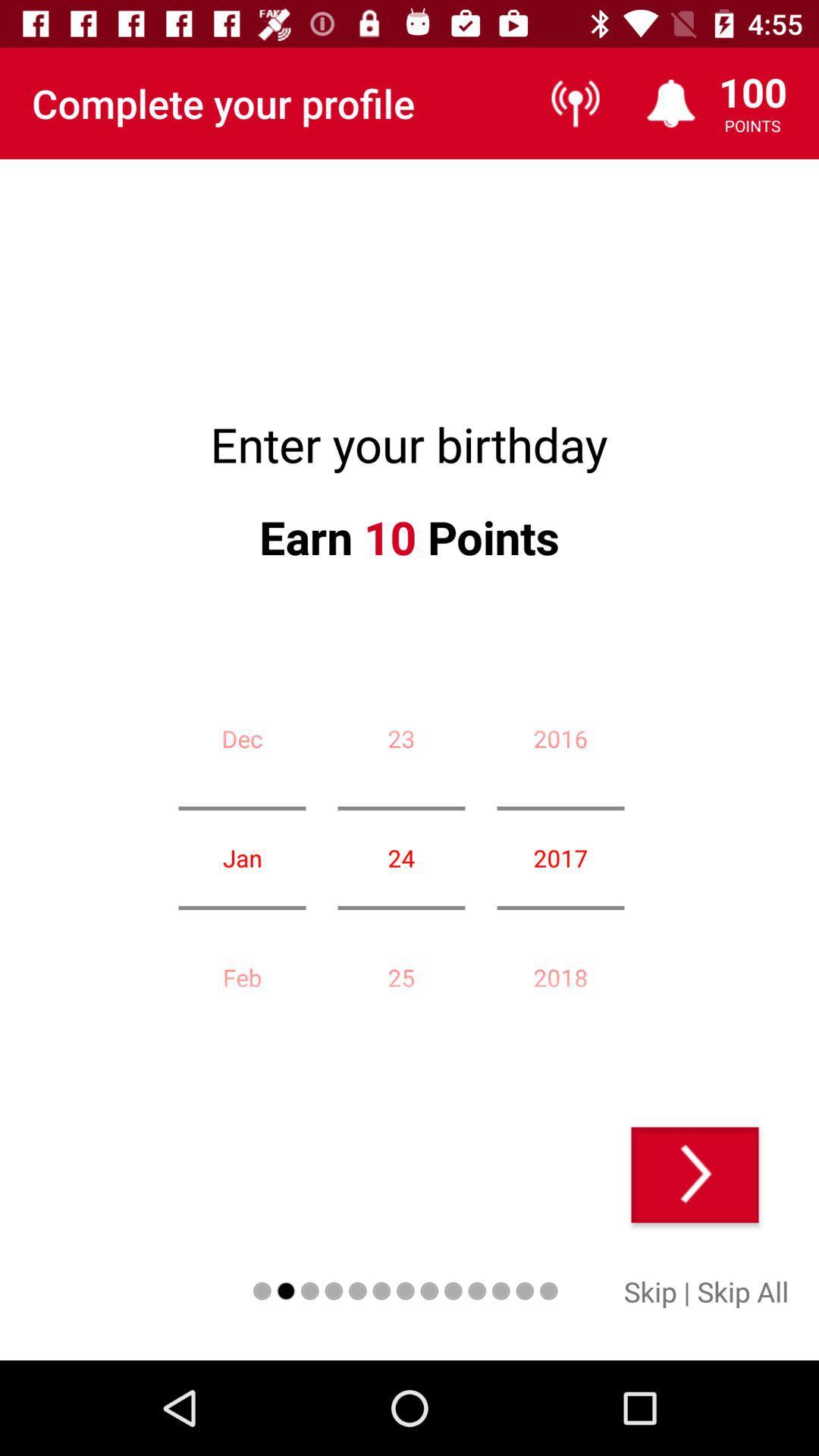 The height and width of the screenshot is (1456, 819). I want to click on next page, so click(695, 1174).